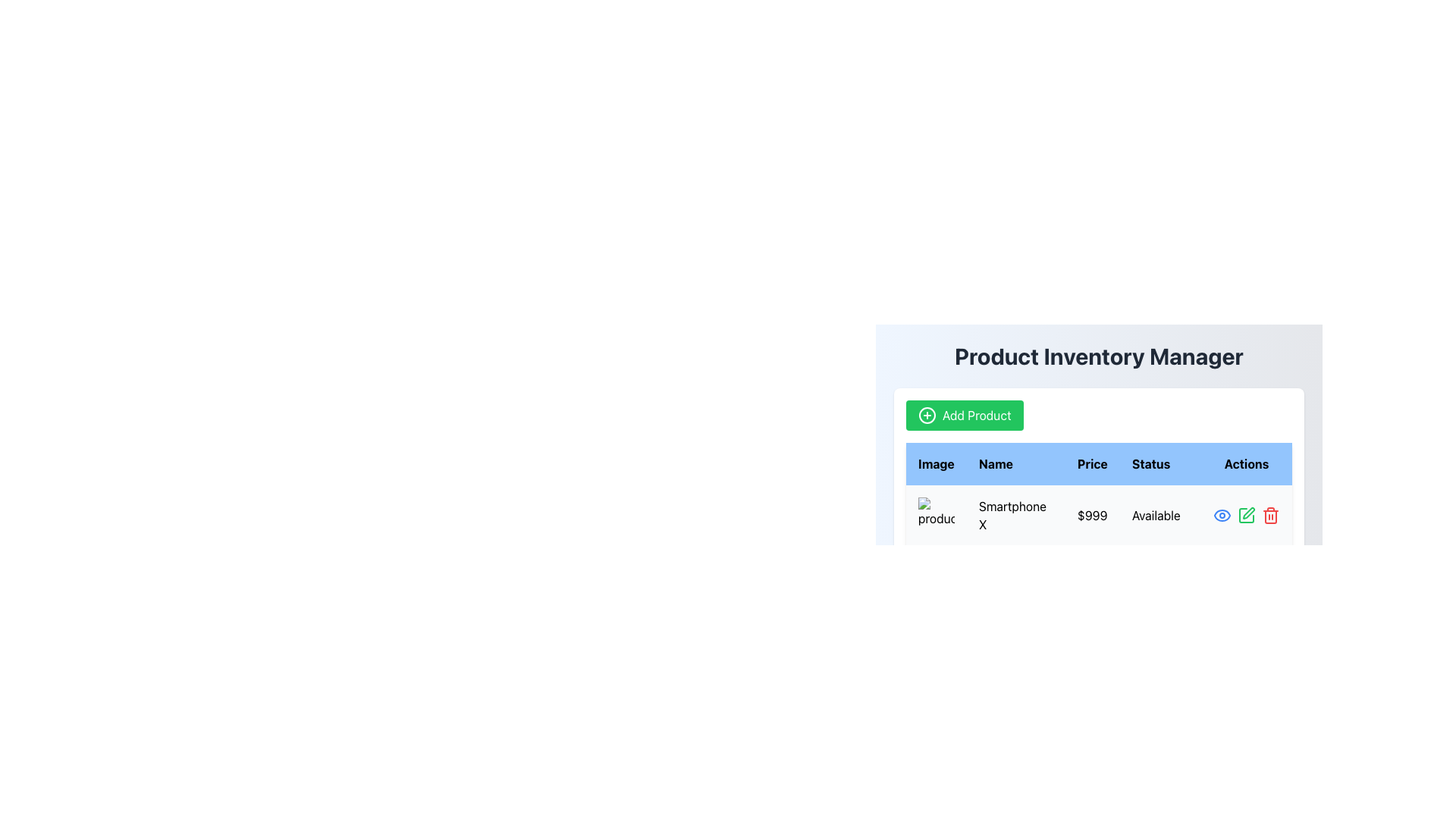  I want to click on the 'Status' table header, which displays bold black text on a light blue background and is centrally aligned within its containing box, so click(1159, 463).